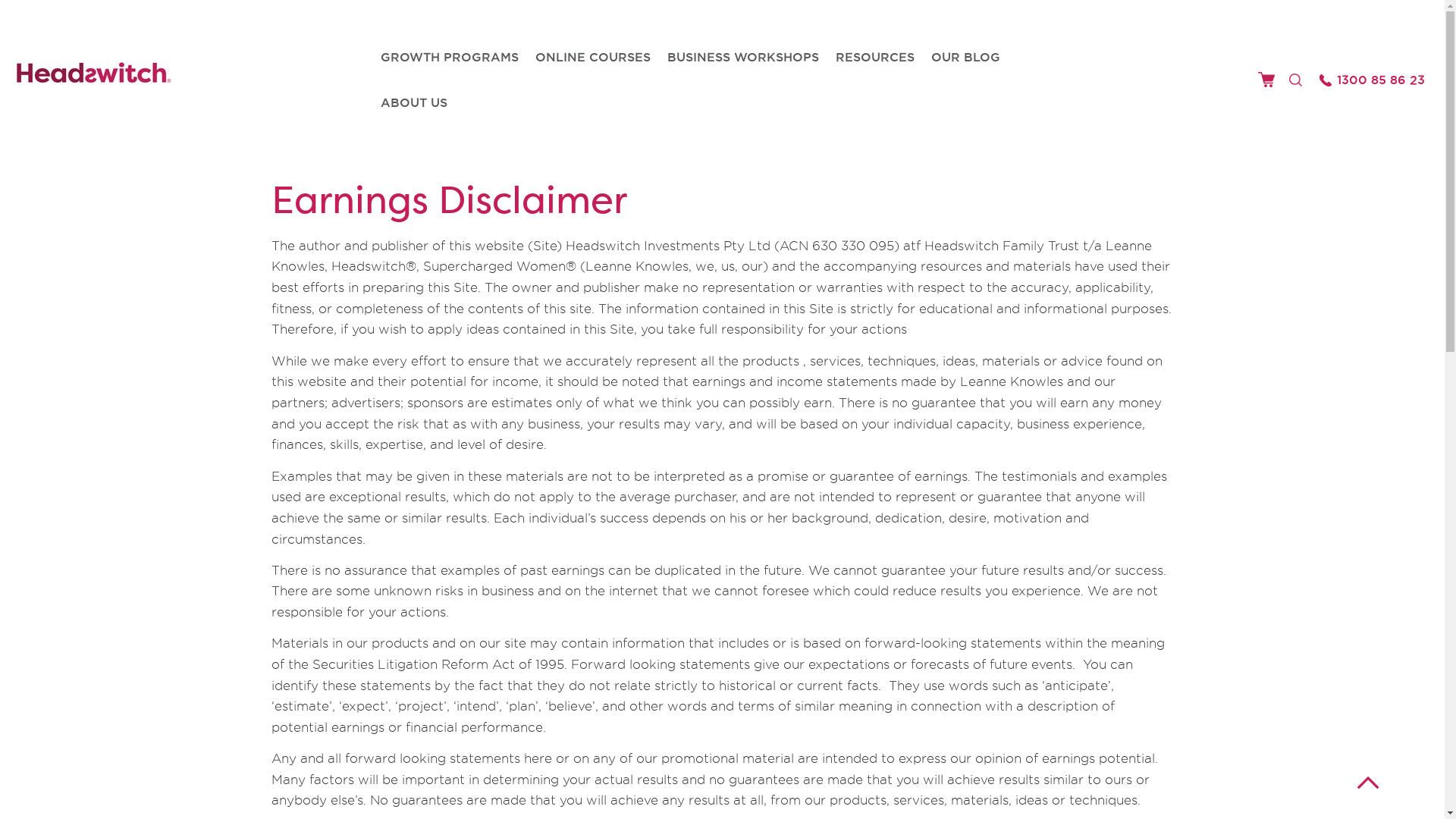 The image size is (1456, 819). I want to click on 'ABOUT US', so click(414, 102).